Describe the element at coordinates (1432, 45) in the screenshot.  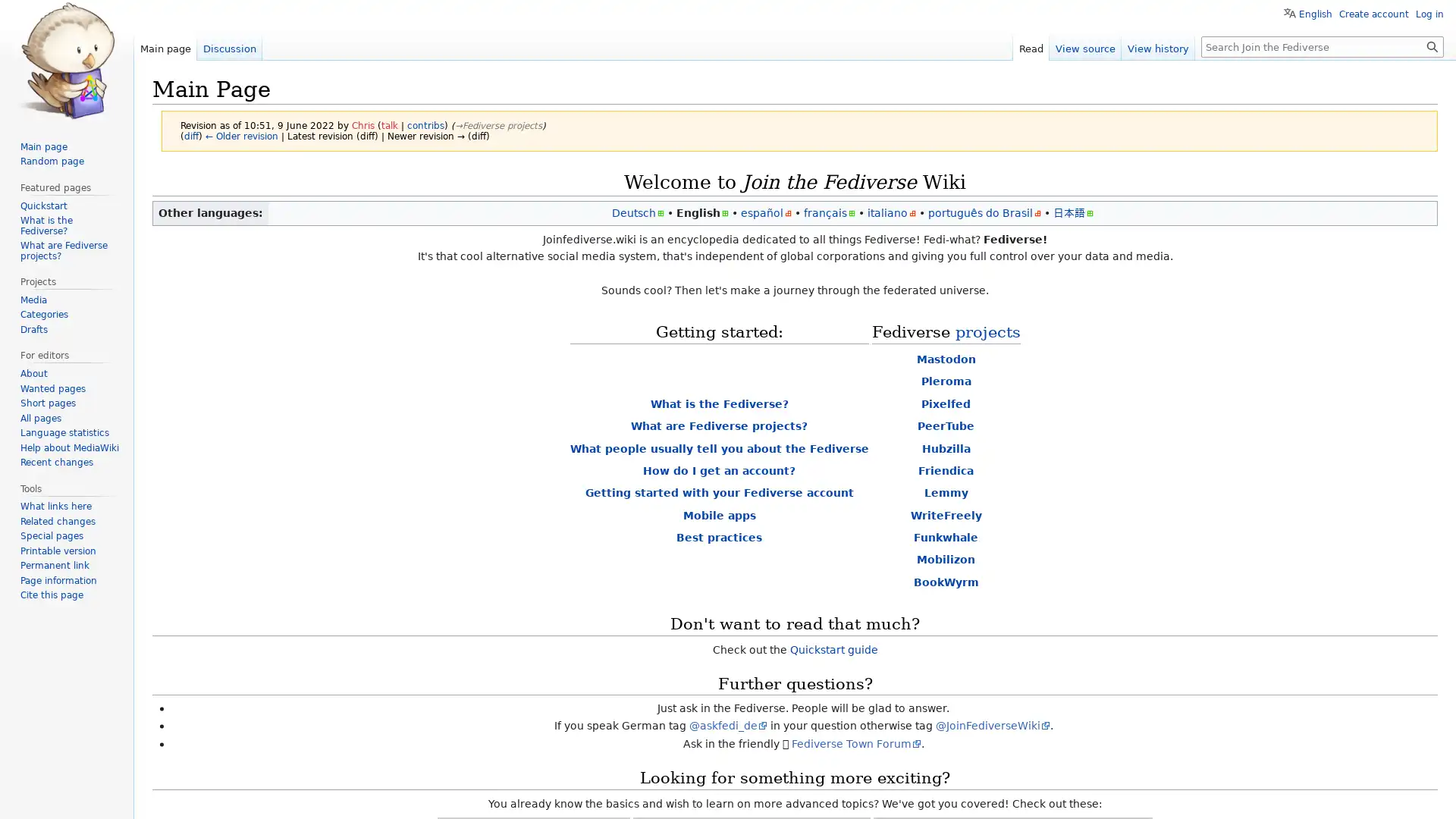
I see `Search` at that location.